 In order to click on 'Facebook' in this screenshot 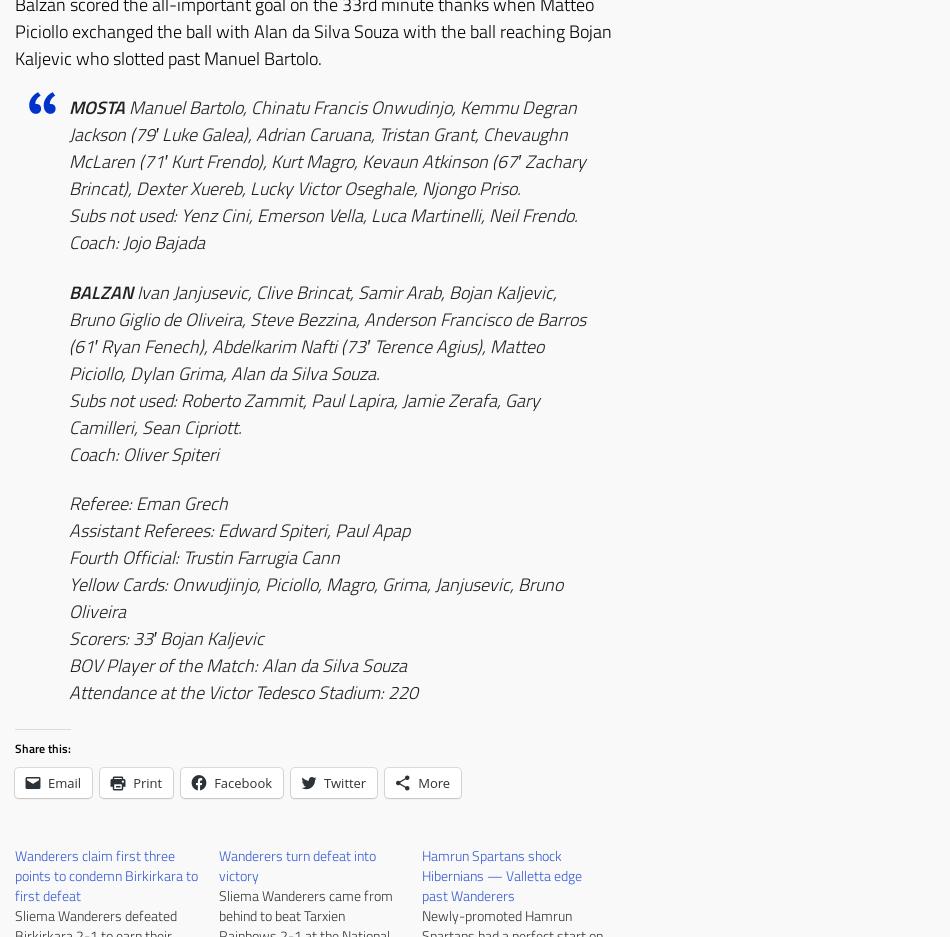, I will do `click(242, 782)`.